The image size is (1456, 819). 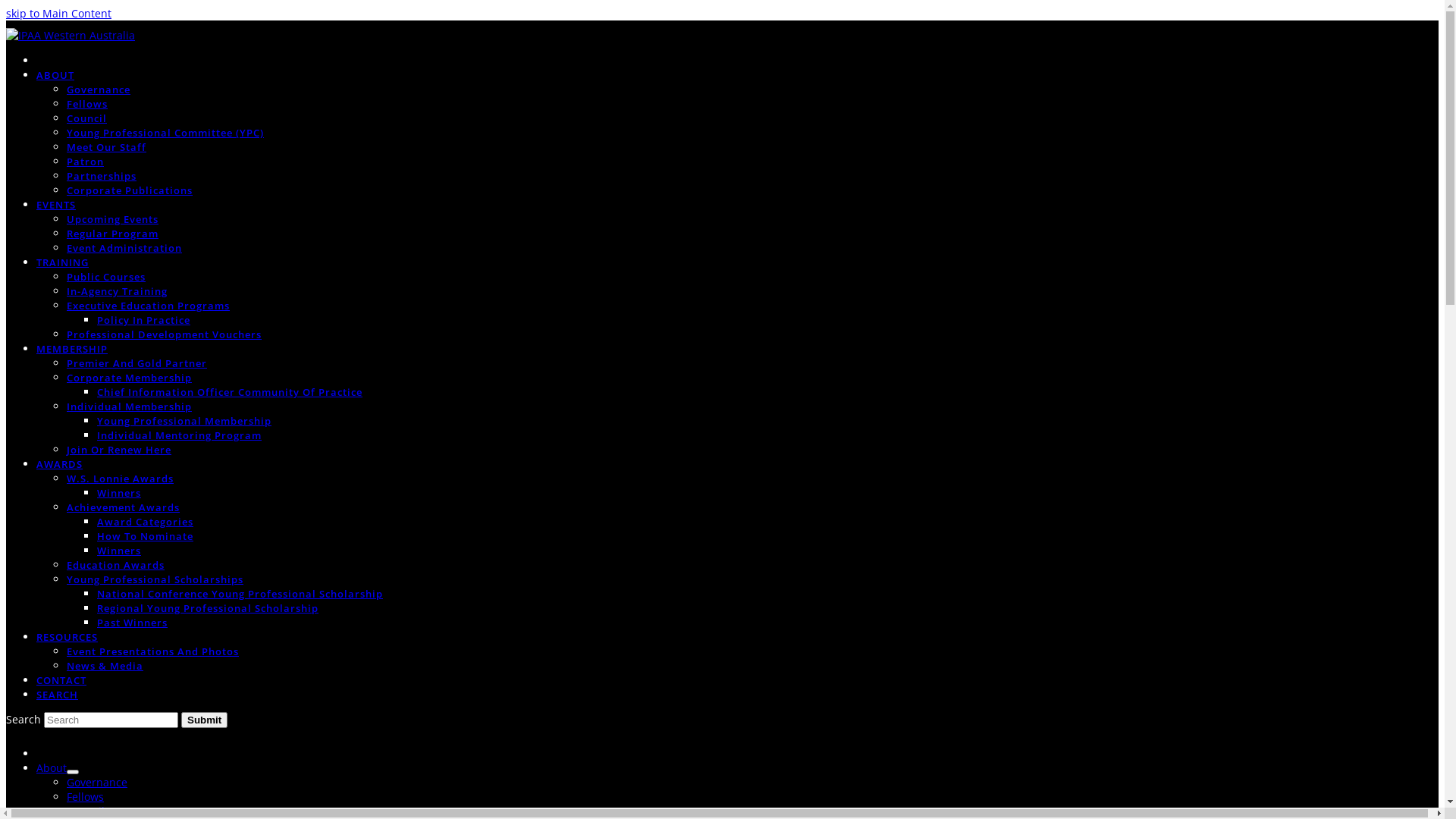 I want to click on 'AWARDS', so click(x=59, y=463).